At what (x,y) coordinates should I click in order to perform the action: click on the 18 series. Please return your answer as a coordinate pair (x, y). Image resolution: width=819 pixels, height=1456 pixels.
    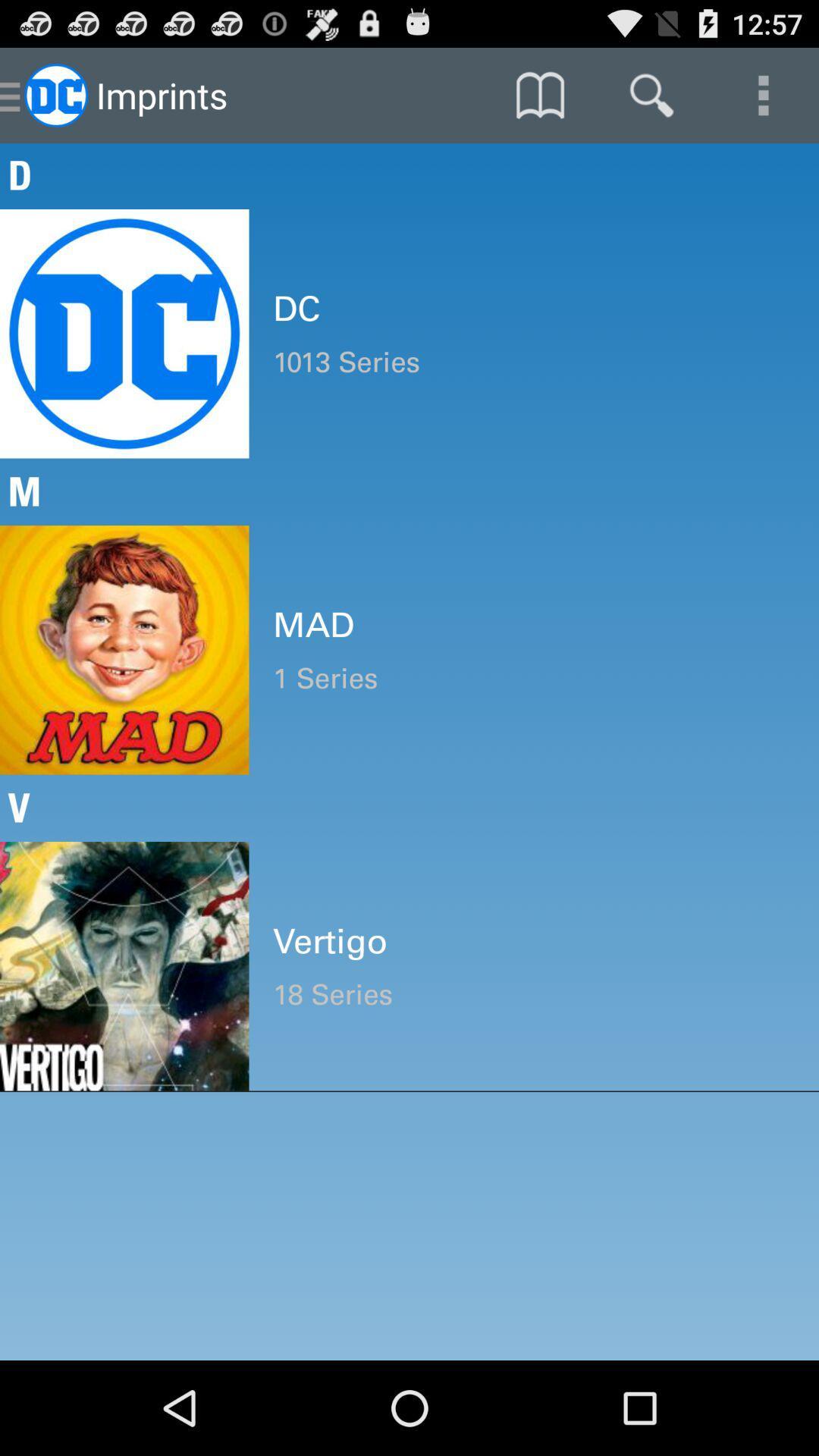
    Looking at the image, I should click on (533, 994).